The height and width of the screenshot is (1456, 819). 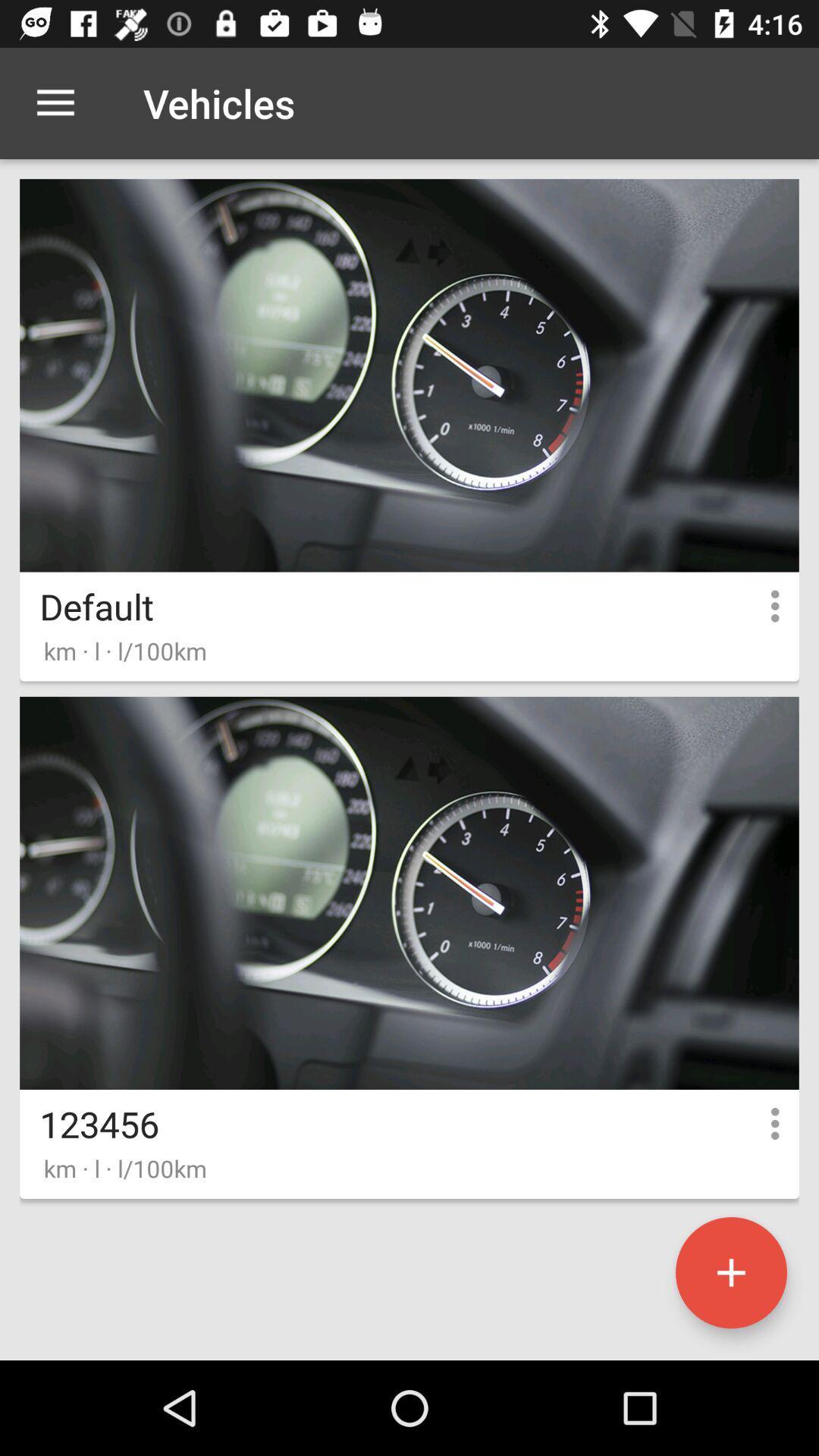 What do you see at coordinates (730, 1272) in the screenshot?
I see `it is used to add some more data` at bounding box center [730, 1272].